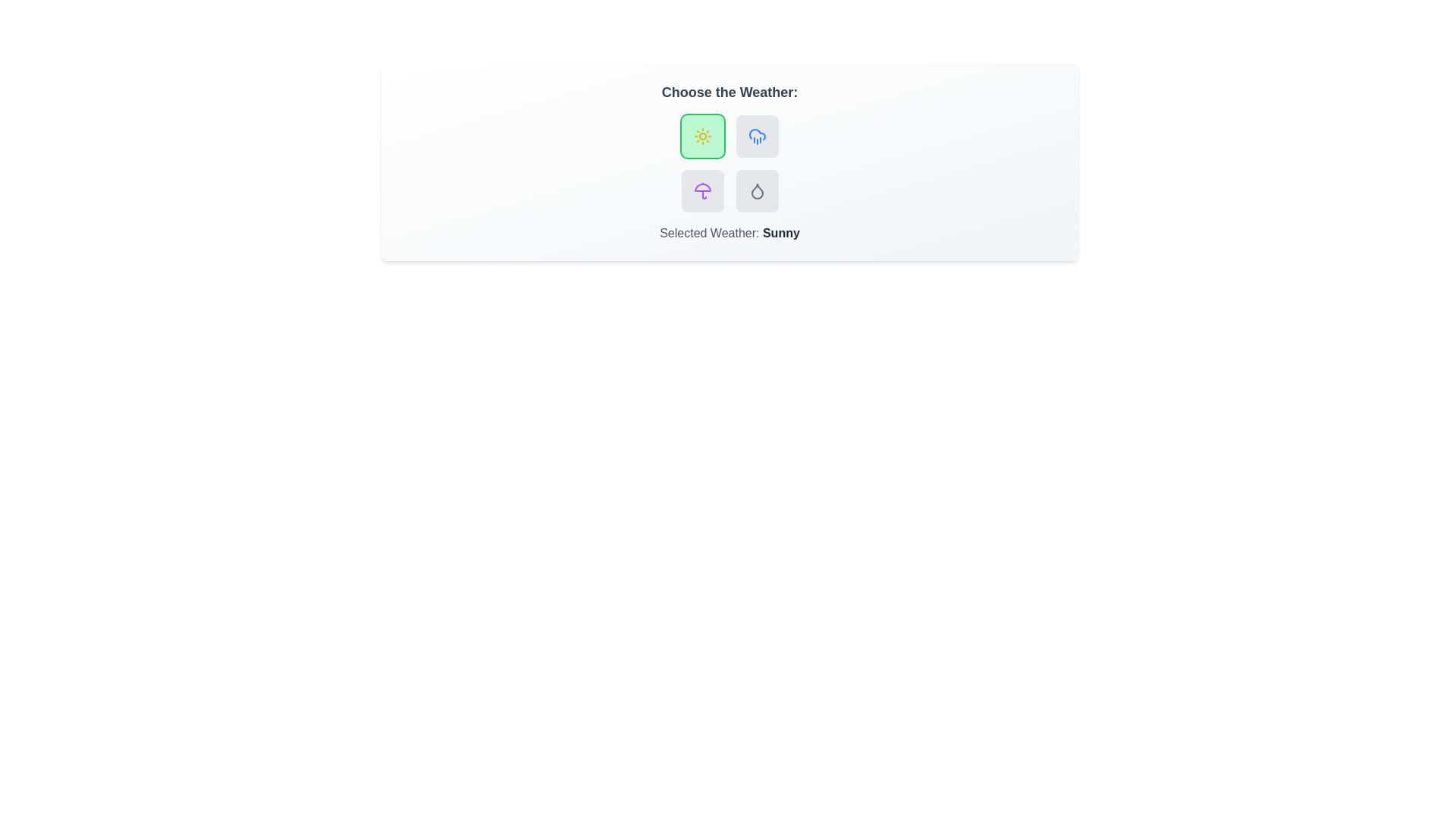 The width and height of the screenshot is (1456, 819). What do you see at coordinates (701, 190) in the screenshot?
I see `the weather button corresponding to Stormy` at bounding box center [701, 190].